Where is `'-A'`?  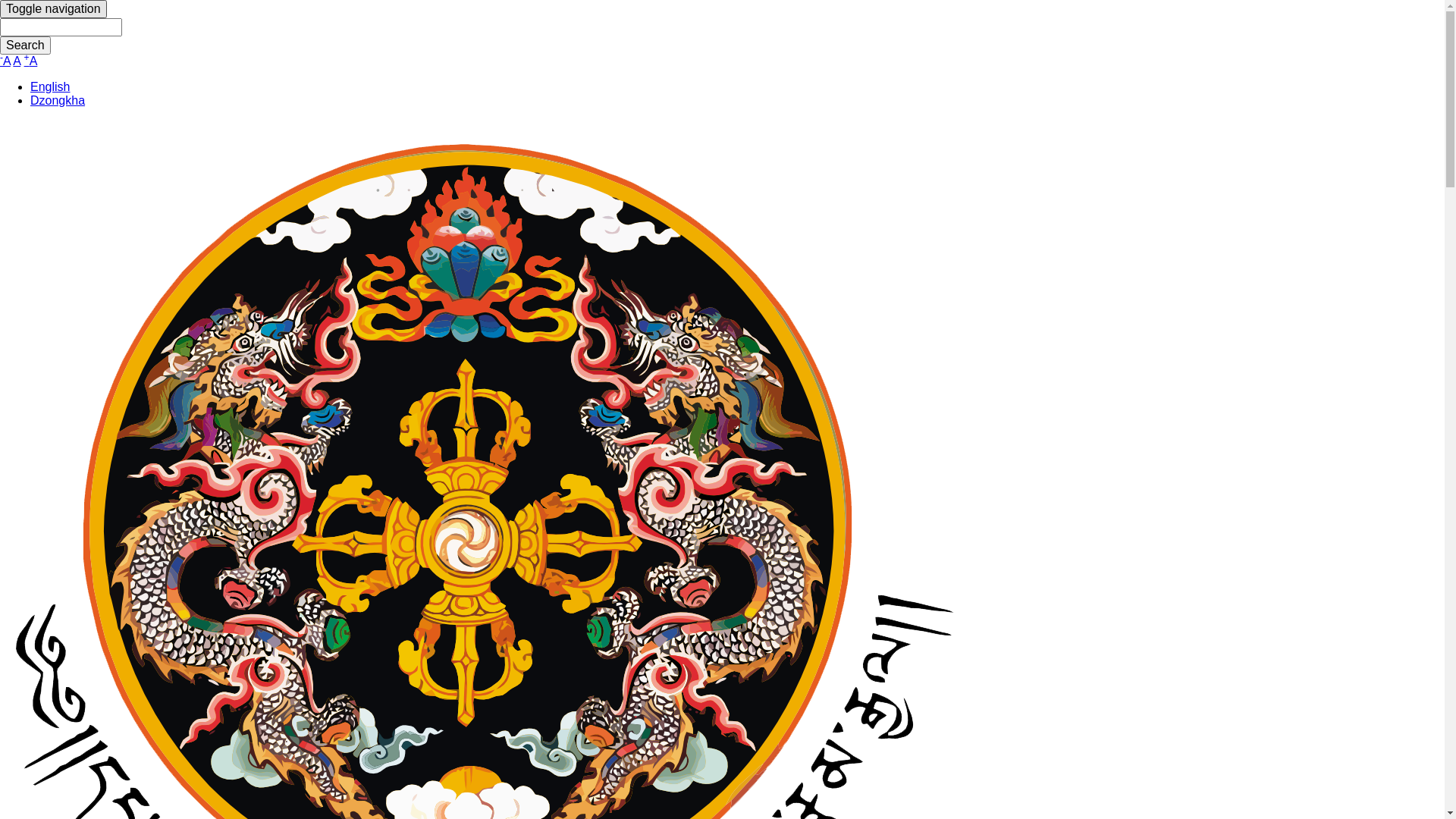 '-A' is located at coordinates (0, 60).